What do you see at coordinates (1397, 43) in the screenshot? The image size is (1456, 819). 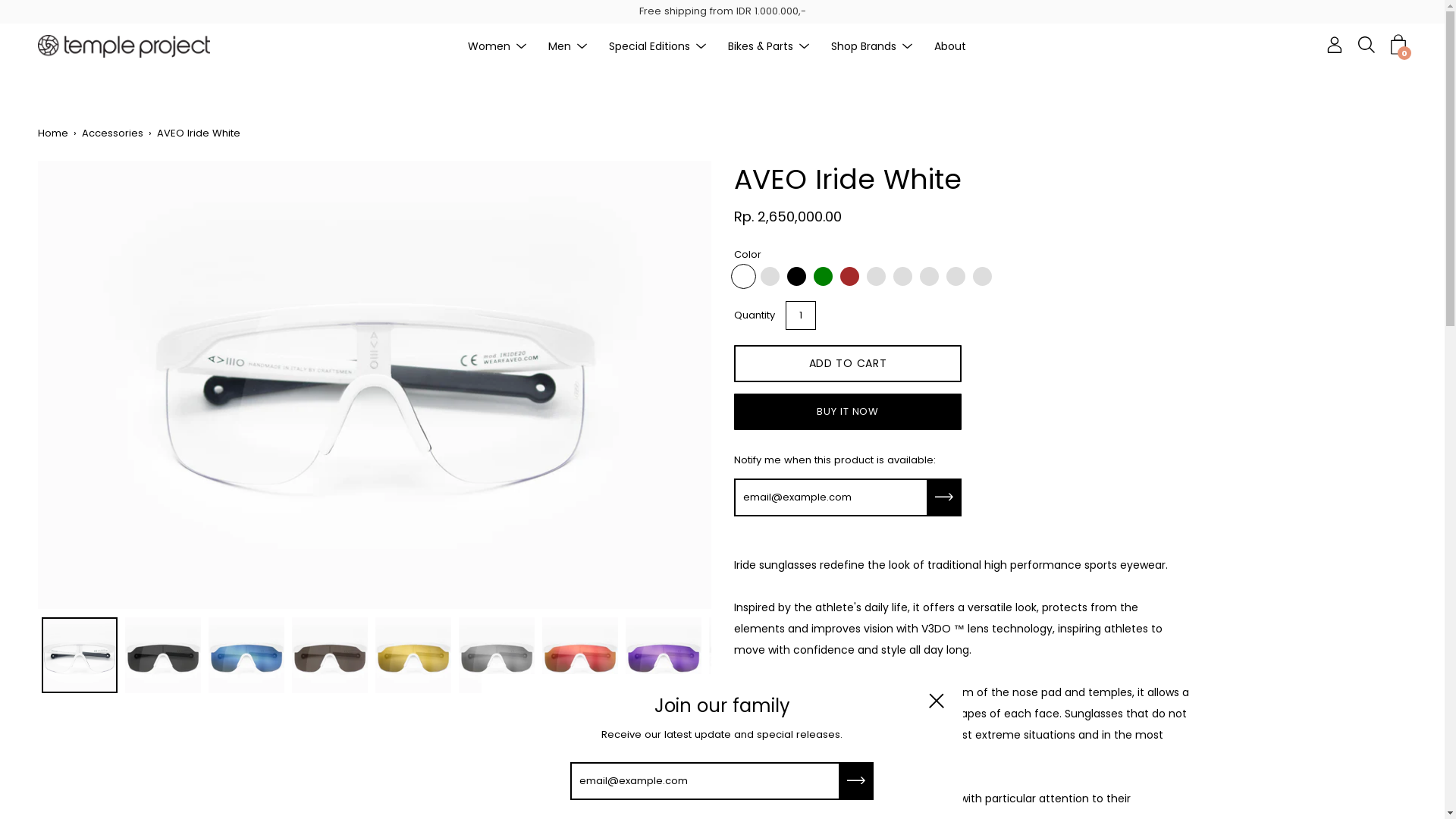 I see `'0'` at bounding box center [1397, 43].